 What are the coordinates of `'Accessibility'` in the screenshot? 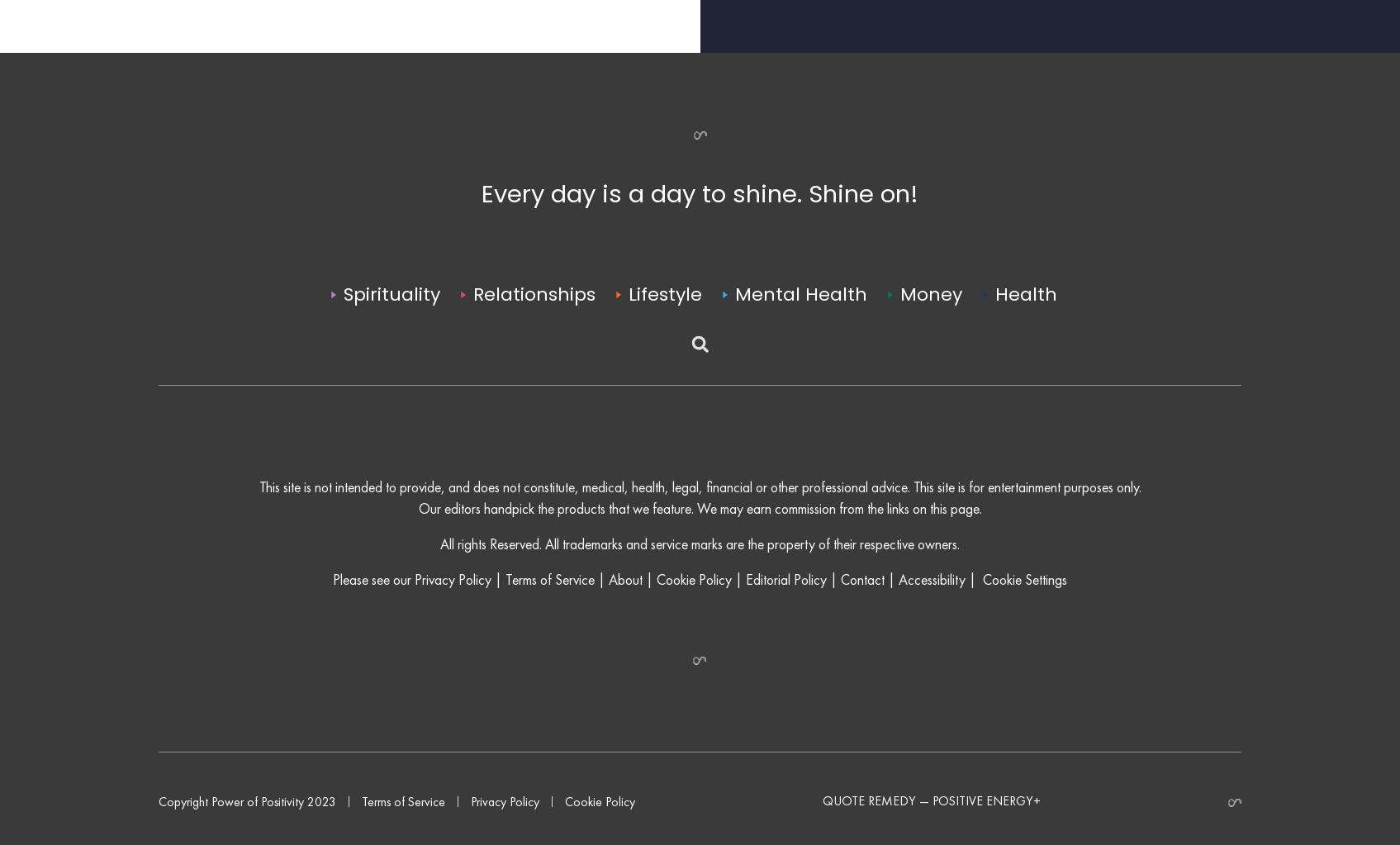 It's located at (931, 615).